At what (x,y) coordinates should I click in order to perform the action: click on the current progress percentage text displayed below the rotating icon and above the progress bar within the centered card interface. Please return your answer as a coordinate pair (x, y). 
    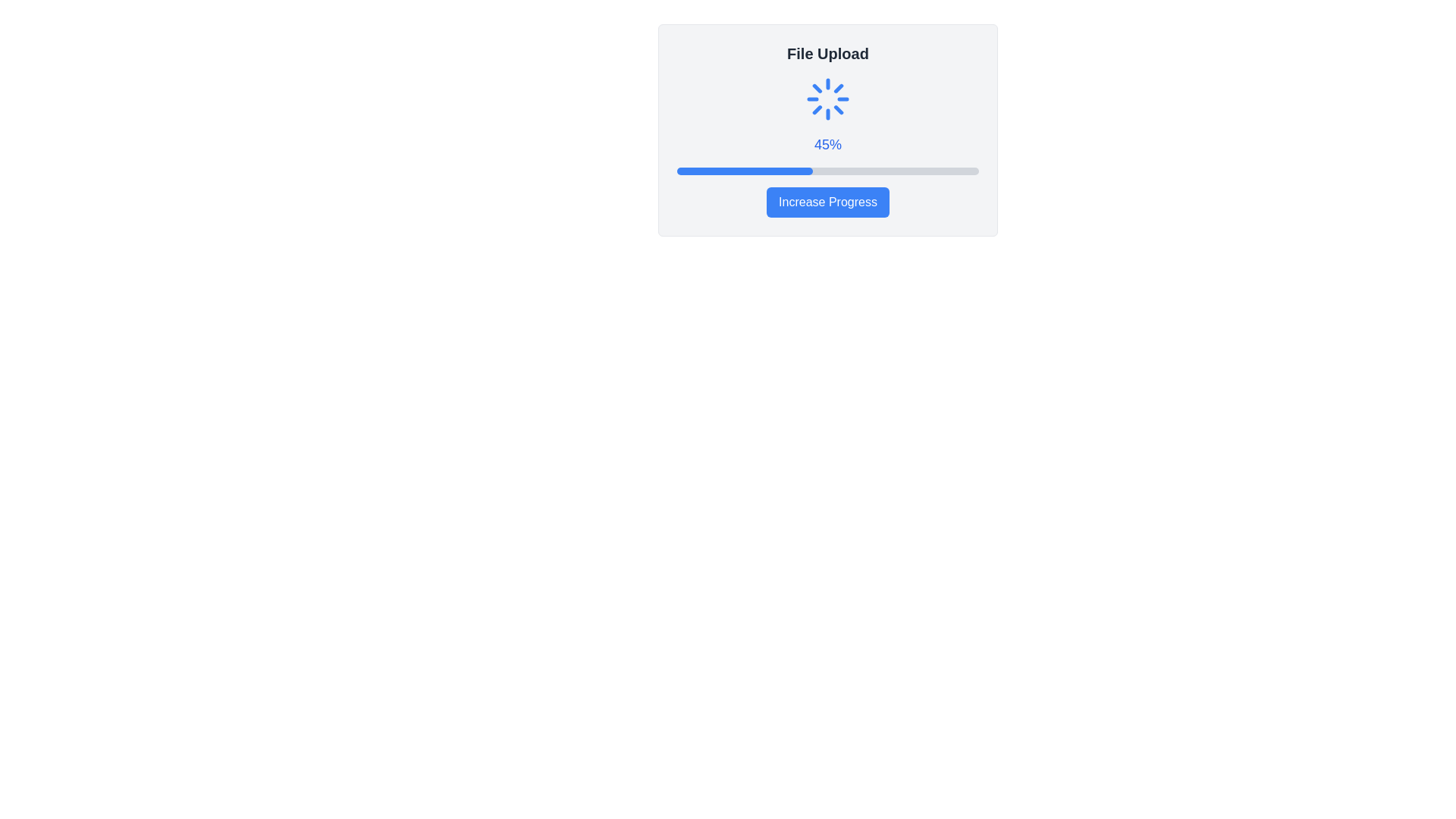
    Looking at the image, I should click on (827, 145).